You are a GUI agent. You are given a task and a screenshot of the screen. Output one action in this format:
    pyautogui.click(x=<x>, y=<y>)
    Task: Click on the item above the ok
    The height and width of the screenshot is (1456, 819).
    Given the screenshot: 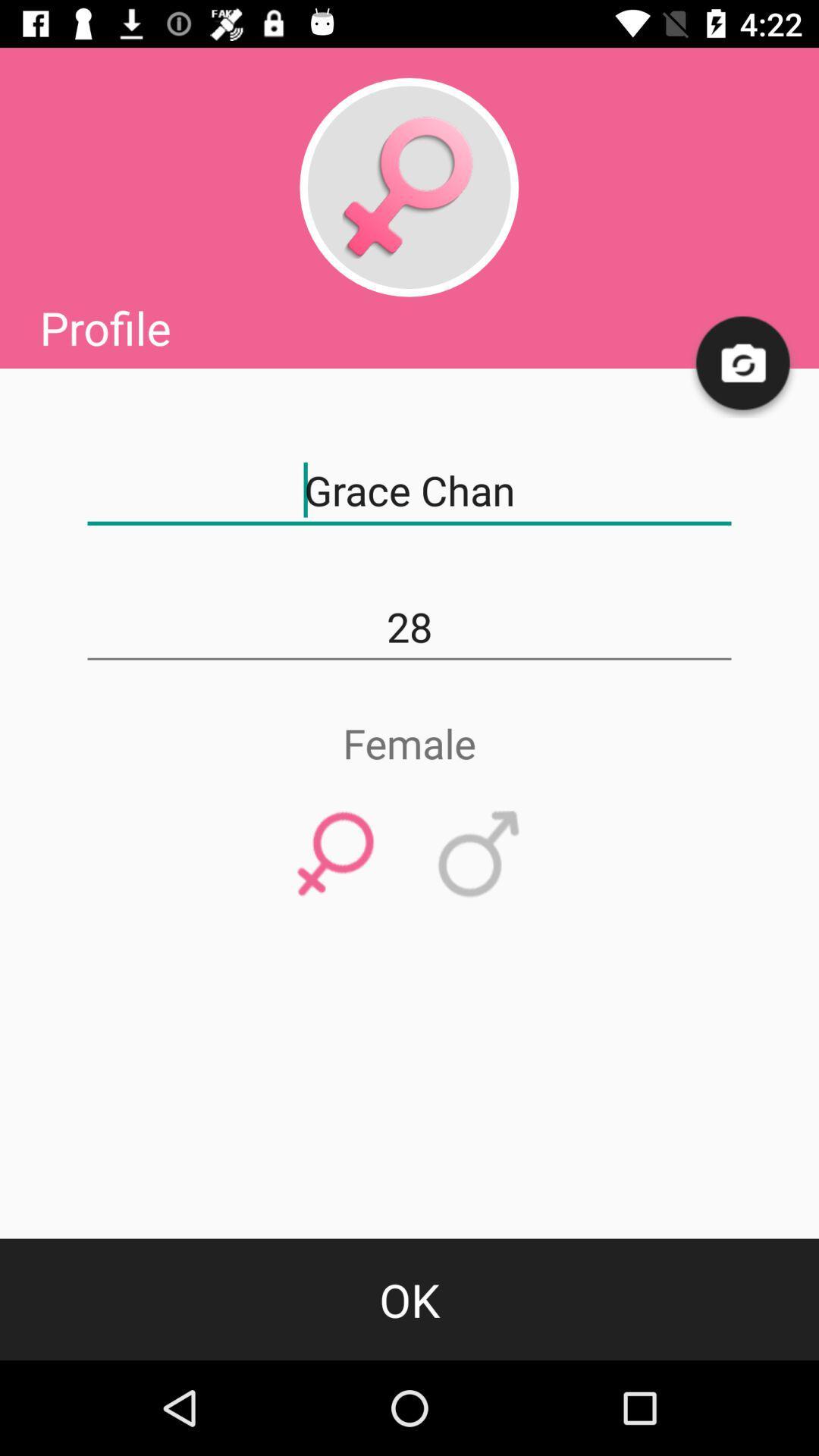 What is the action you would take?
    pyautogui.click(x=479, y=855)
    